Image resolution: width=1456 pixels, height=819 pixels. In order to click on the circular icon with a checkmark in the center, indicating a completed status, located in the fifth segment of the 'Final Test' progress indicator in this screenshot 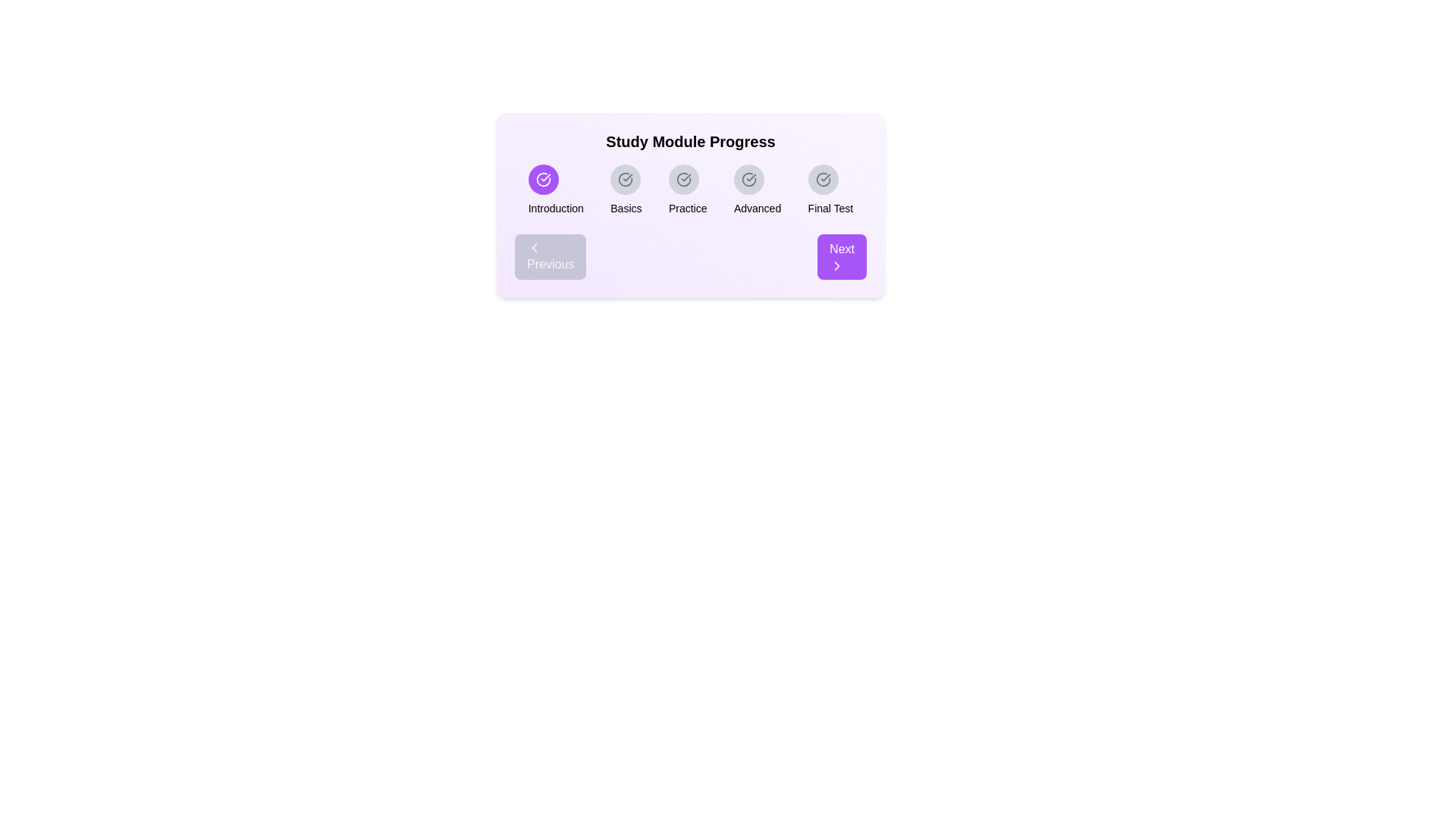, I will do `click(822, 178)`.